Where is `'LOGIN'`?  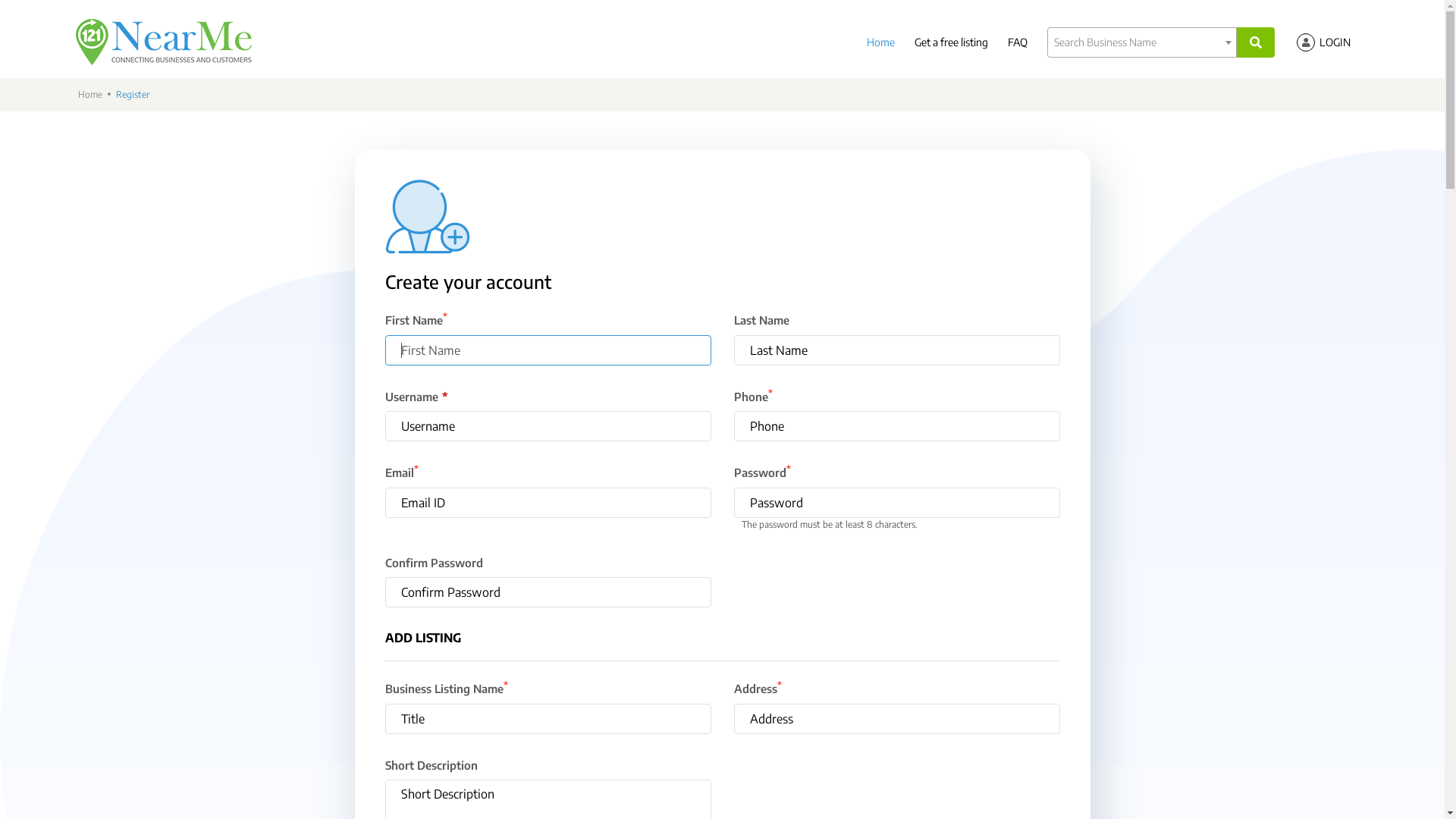 'LOGIN' is located at coordinates (1335, 40).